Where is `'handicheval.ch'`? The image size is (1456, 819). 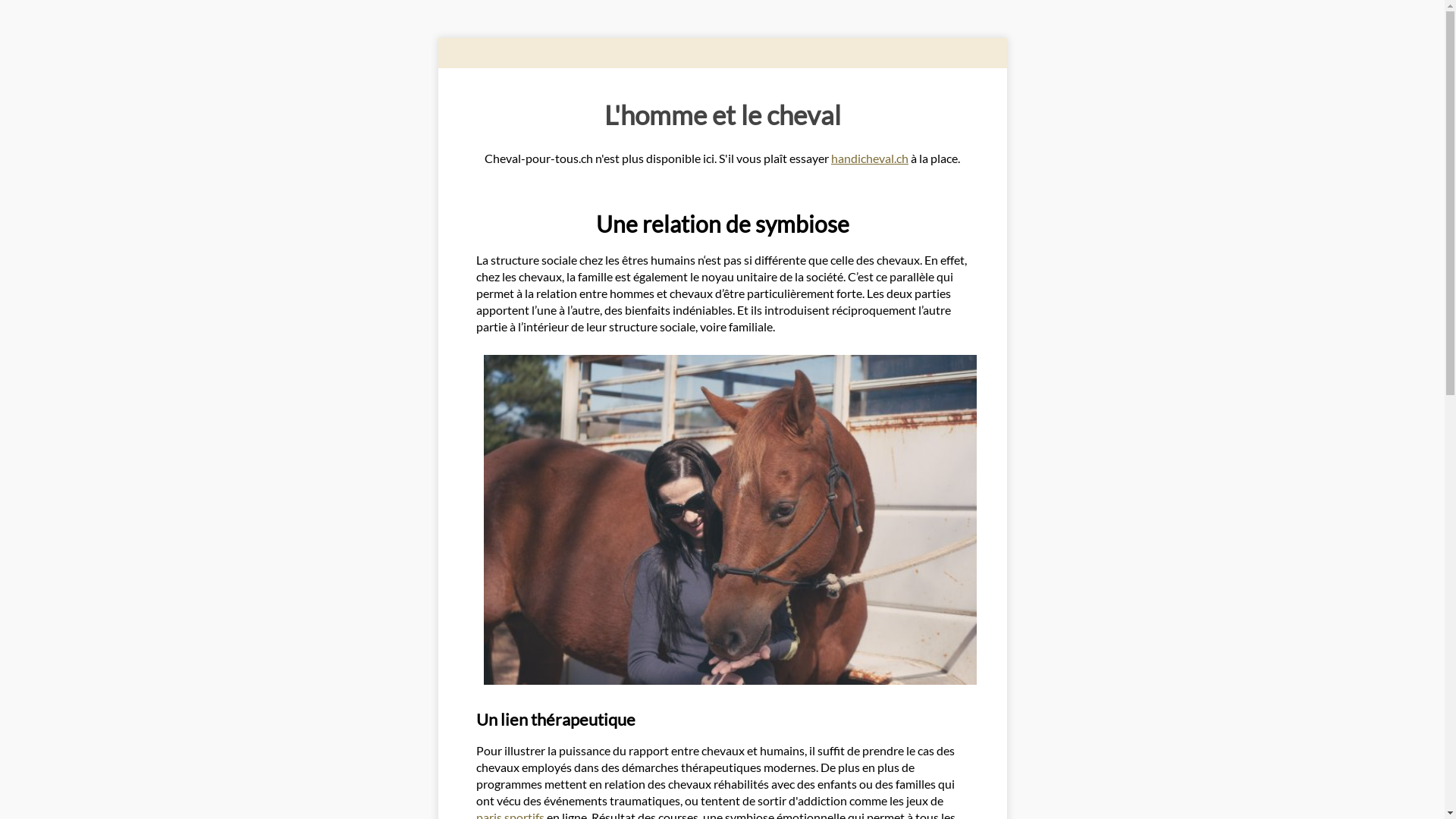 'handicheval.ch' is located at coordinates (870, 158).